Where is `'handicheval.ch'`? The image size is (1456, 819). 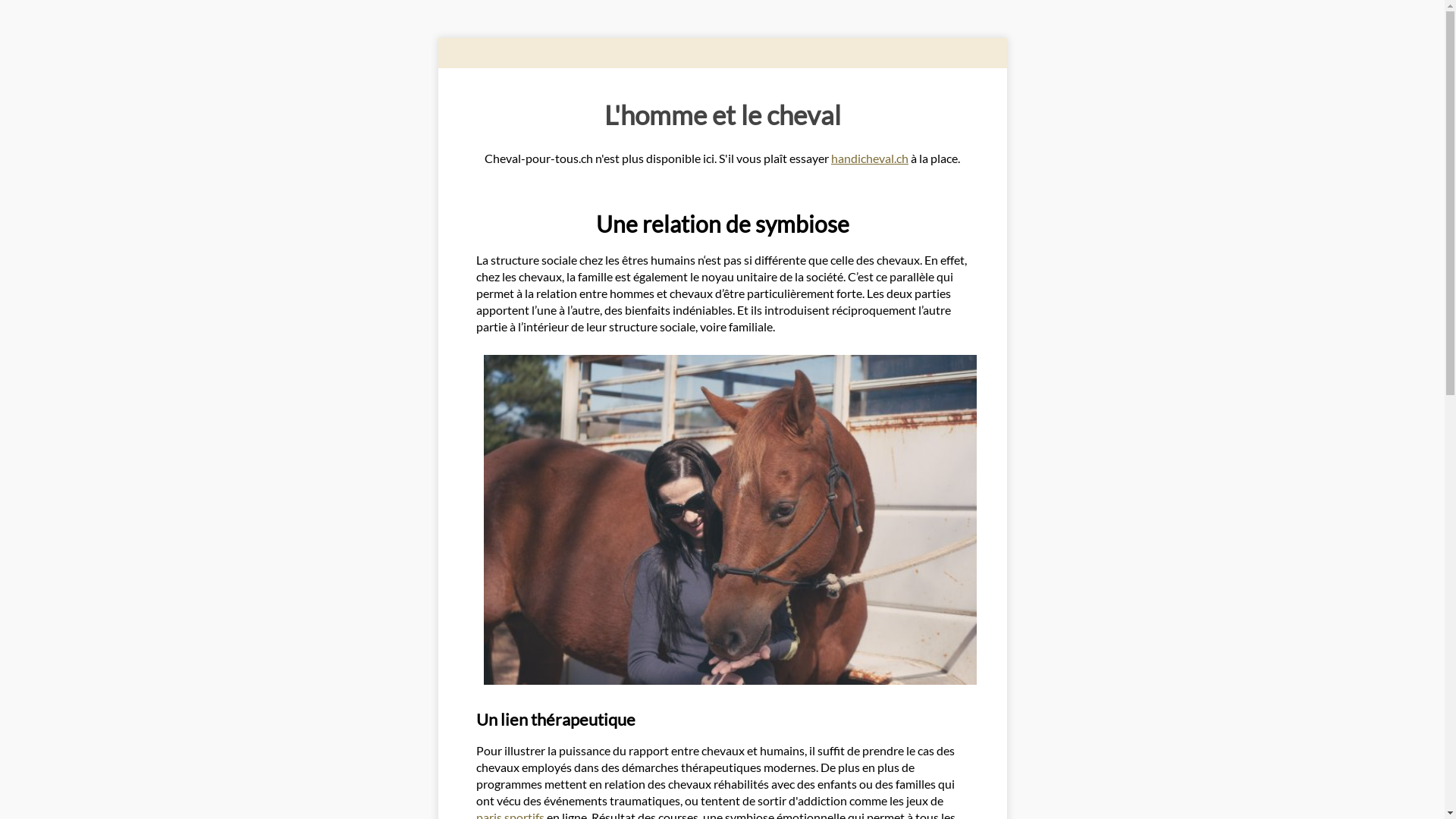 'handicheval.ch' is located at coordinates (870, 158).